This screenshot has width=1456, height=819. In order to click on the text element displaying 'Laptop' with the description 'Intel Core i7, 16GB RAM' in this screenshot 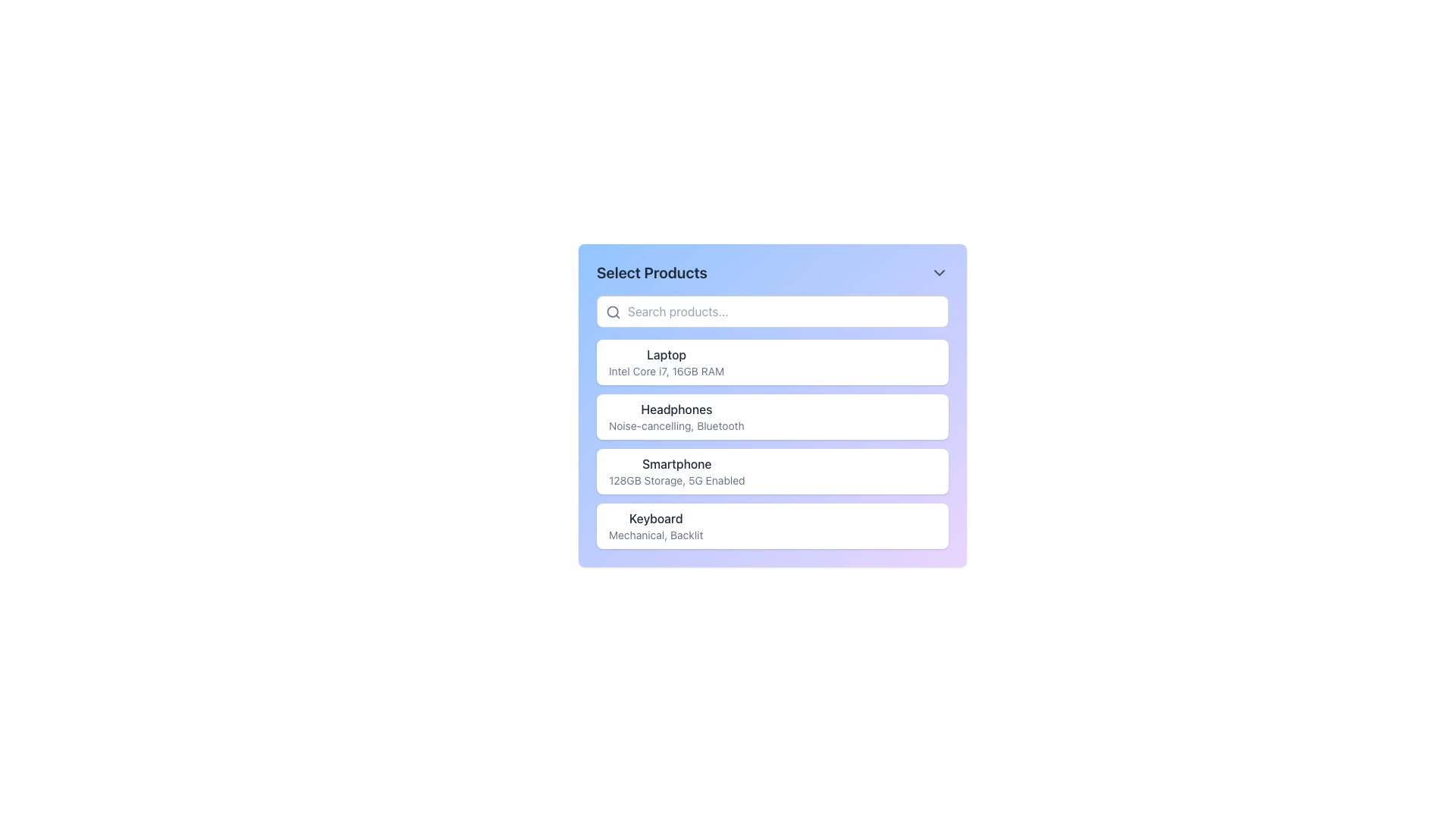, I will do `click(666, 362)`.